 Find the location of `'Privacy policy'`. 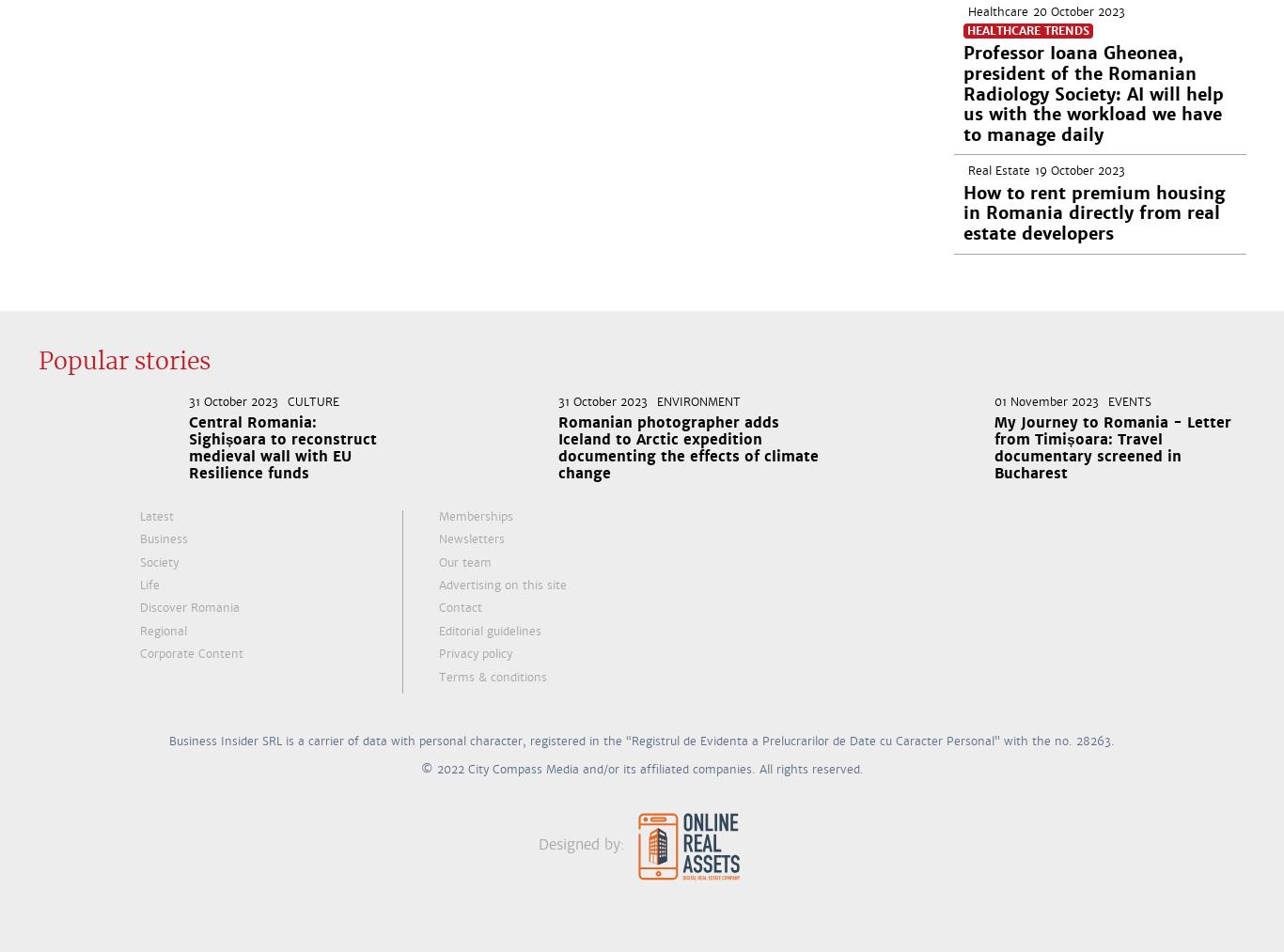

'Privacy policy' is located at coordinates (439, 653).